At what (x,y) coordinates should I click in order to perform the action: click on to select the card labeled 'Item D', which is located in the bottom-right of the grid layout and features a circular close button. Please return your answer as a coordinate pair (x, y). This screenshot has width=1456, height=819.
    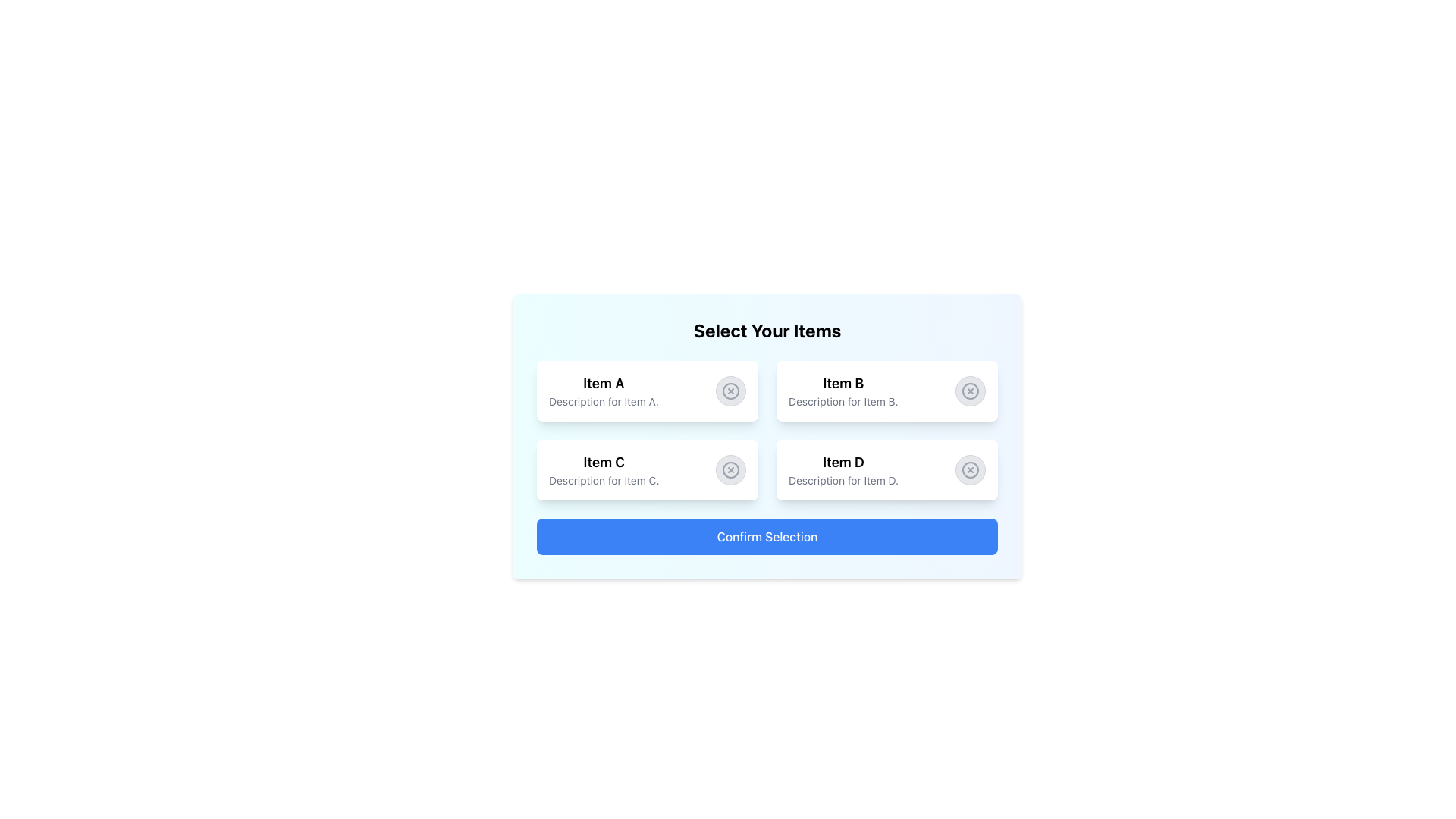
    Looking at the image, I should click on (887, 469).